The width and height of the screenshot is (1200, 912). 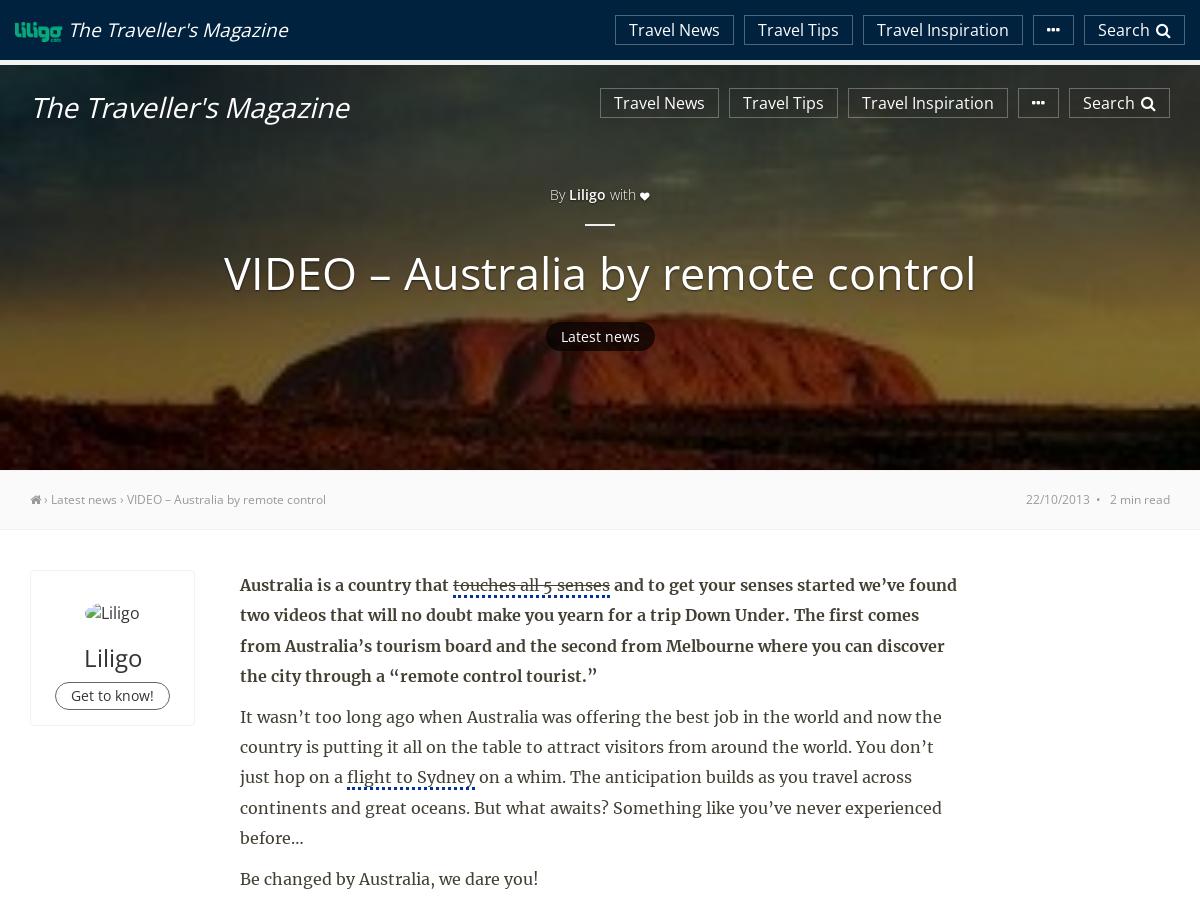 What do you see at coordinates (530, 583) in the screenshot?
I see `'touches all 5 senses'` at bounding box center [530, 583].